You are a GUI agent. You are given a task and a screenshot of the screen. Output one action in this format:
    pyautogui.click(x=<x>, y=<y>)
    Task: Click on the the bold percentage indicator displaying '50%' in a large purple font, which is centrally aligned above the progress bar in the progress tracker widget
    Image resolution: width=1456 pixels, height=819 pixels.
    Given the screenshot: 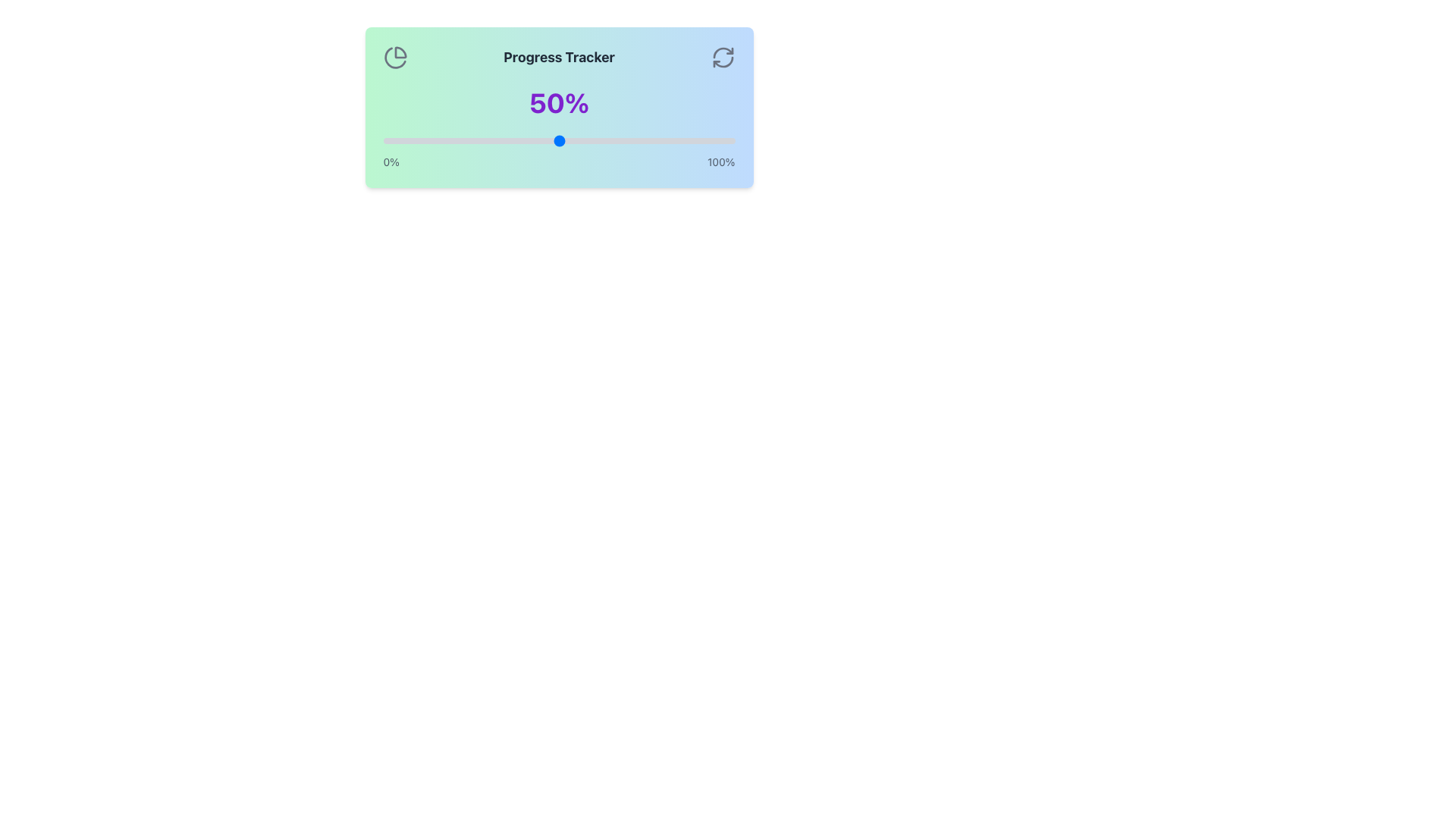 What is the action you would take?
    pyautogui.click(x=558, y=102)
    